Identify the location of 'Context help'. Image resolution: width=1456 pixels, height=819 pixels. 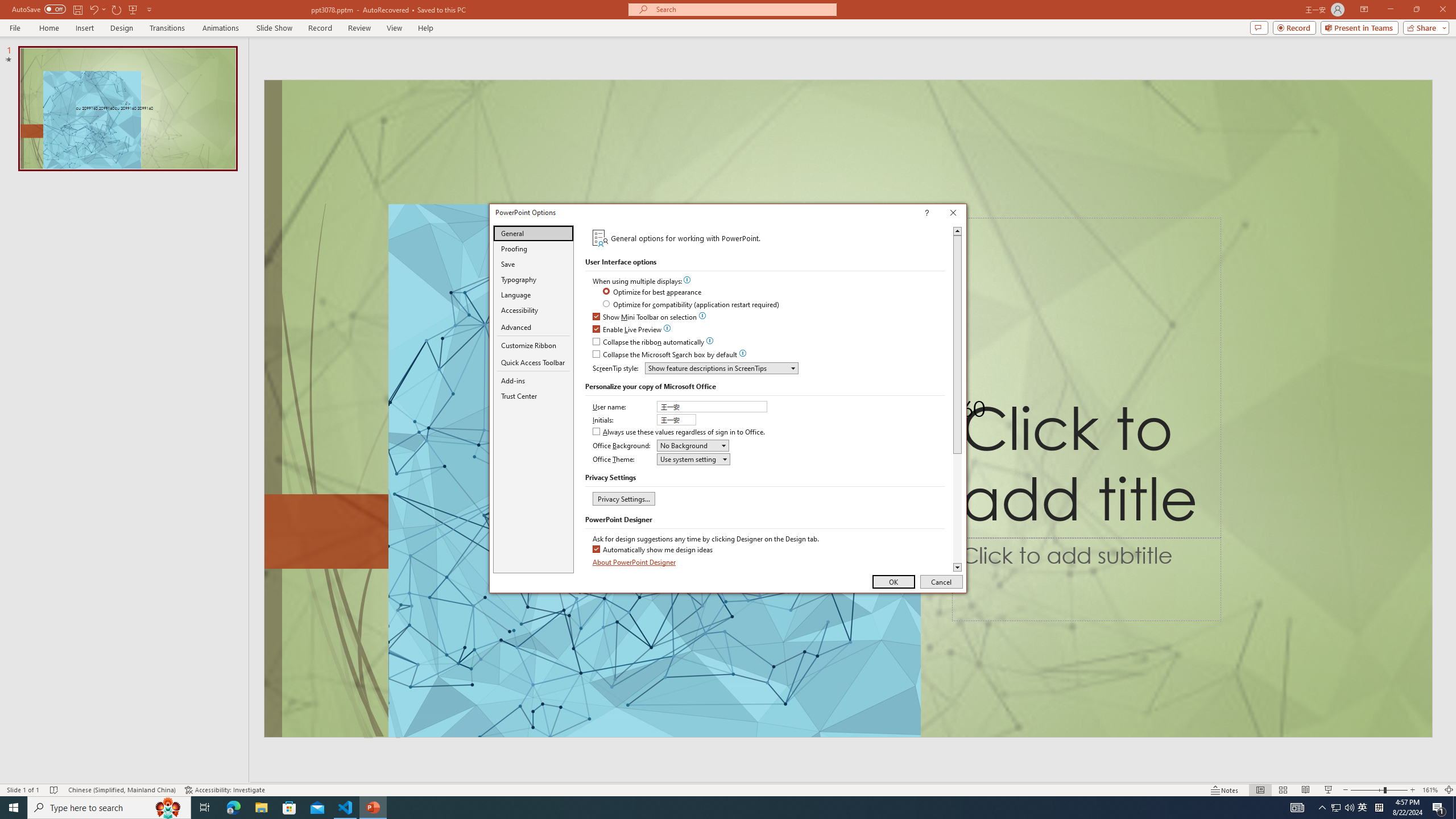
(943, 213).